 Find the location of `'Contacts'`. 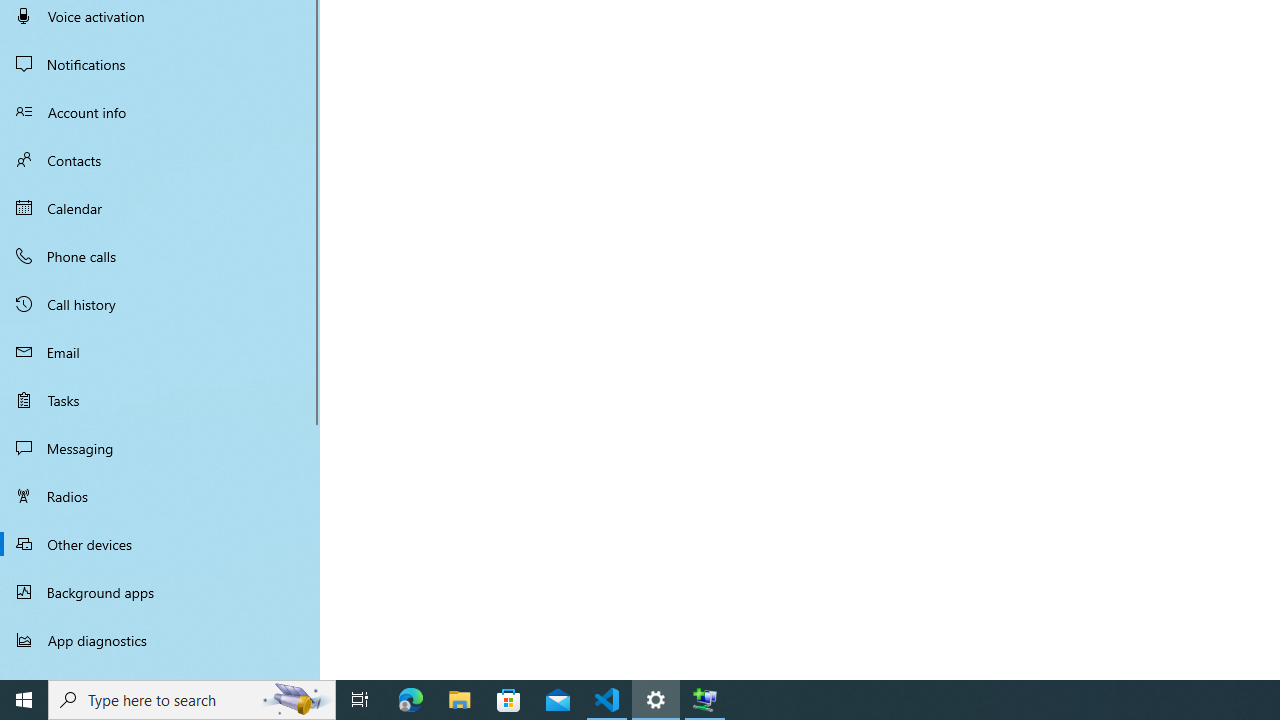

'Contacts' is located at coordinates (160, 159).